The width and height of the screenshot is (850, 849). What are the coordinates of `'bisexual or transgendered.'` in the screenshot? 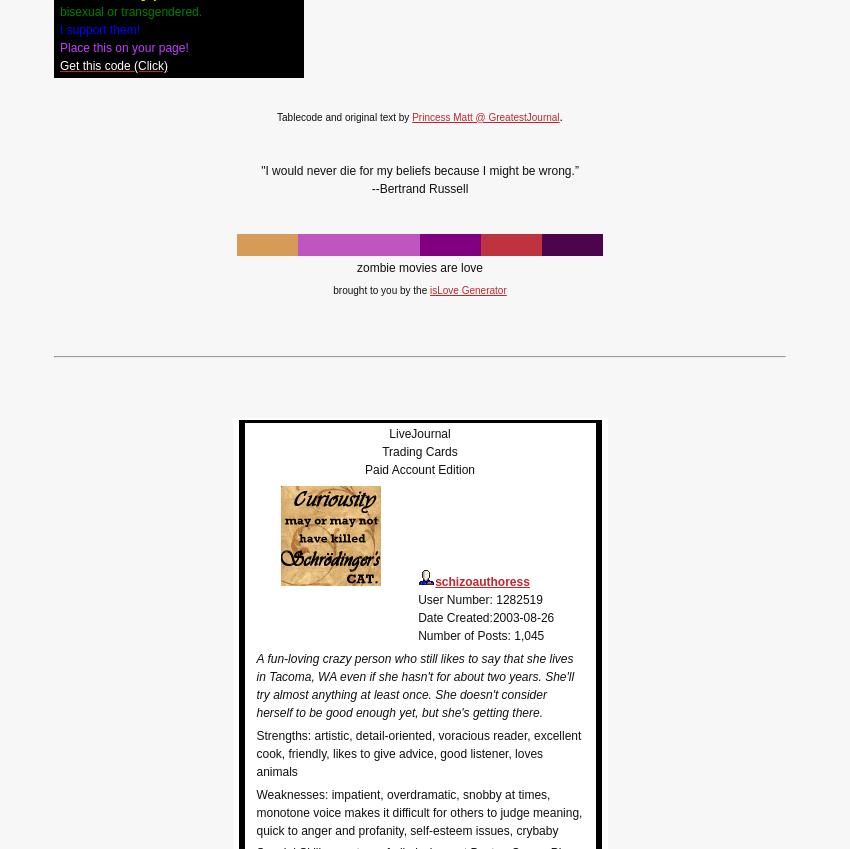 It's located at (60, 10).